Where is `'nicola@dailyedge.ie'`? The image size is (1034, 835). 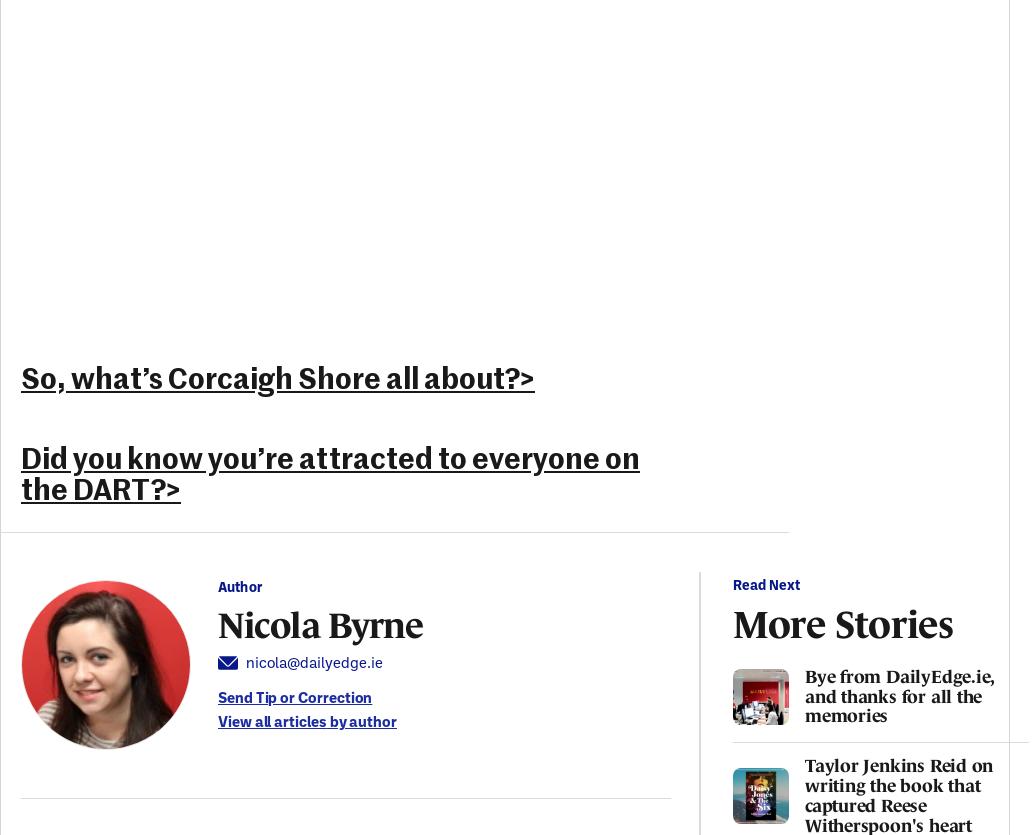
'nicola@dailyedge.ie' is located at coordinates (313, 661).